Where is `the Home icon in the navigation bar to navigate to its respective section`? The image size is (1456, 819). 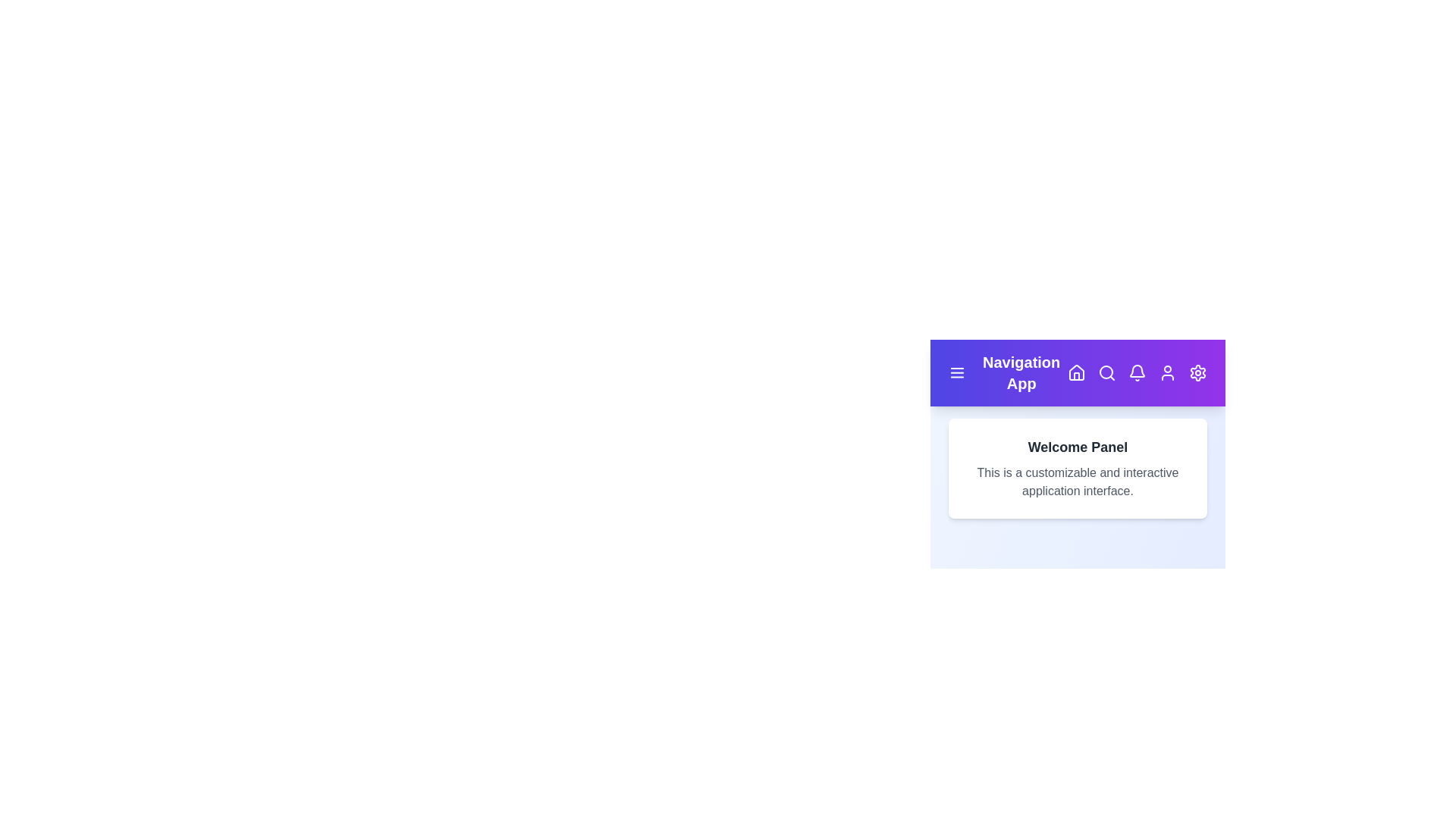
the Home icon in the navigation bar to navigate to its respective section is located at coordinates (1076, 373).